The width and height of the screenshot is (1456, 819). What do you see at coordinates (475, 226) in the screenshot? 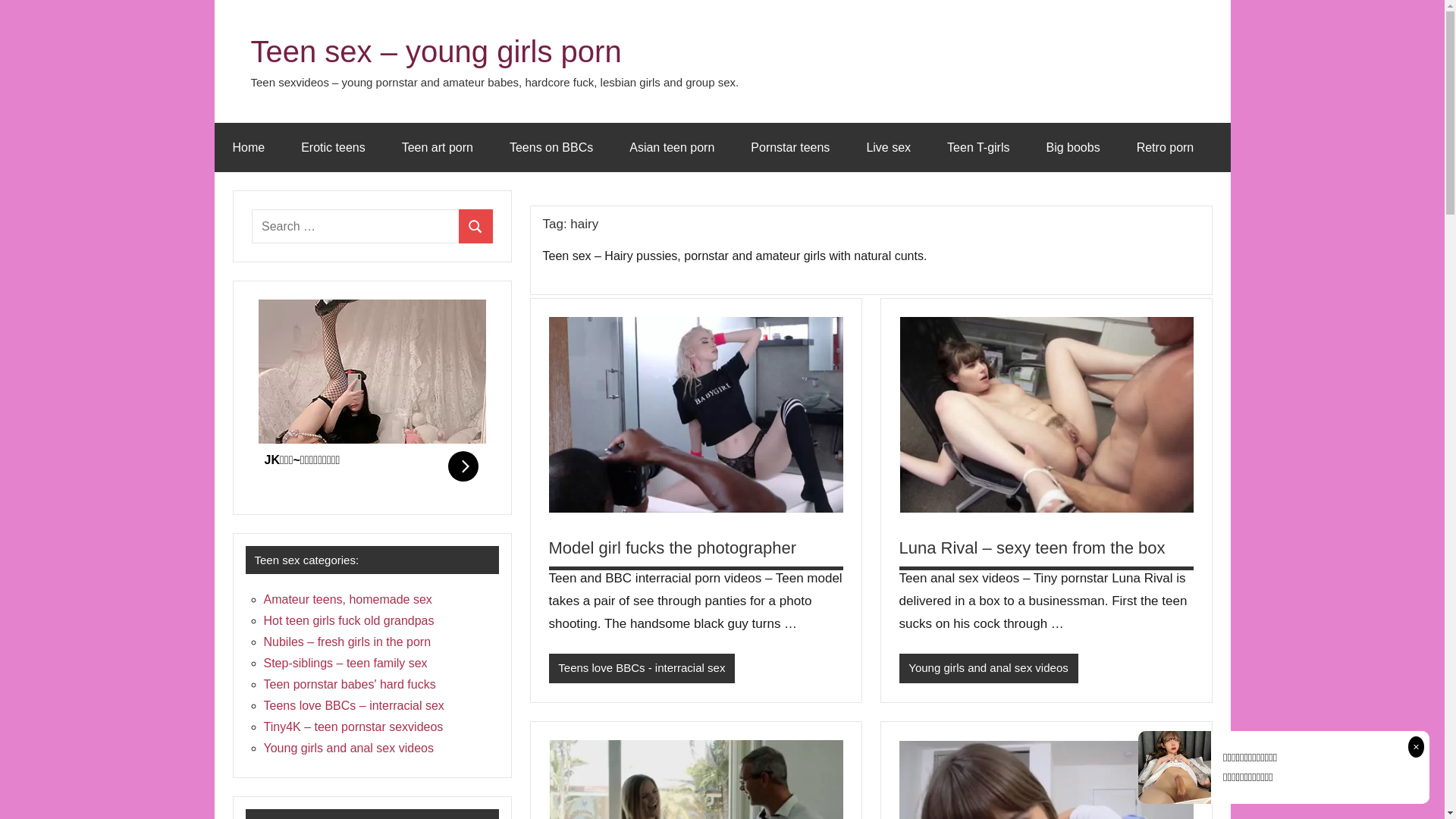
I see `'Search'` at bounding box center [475, 226].